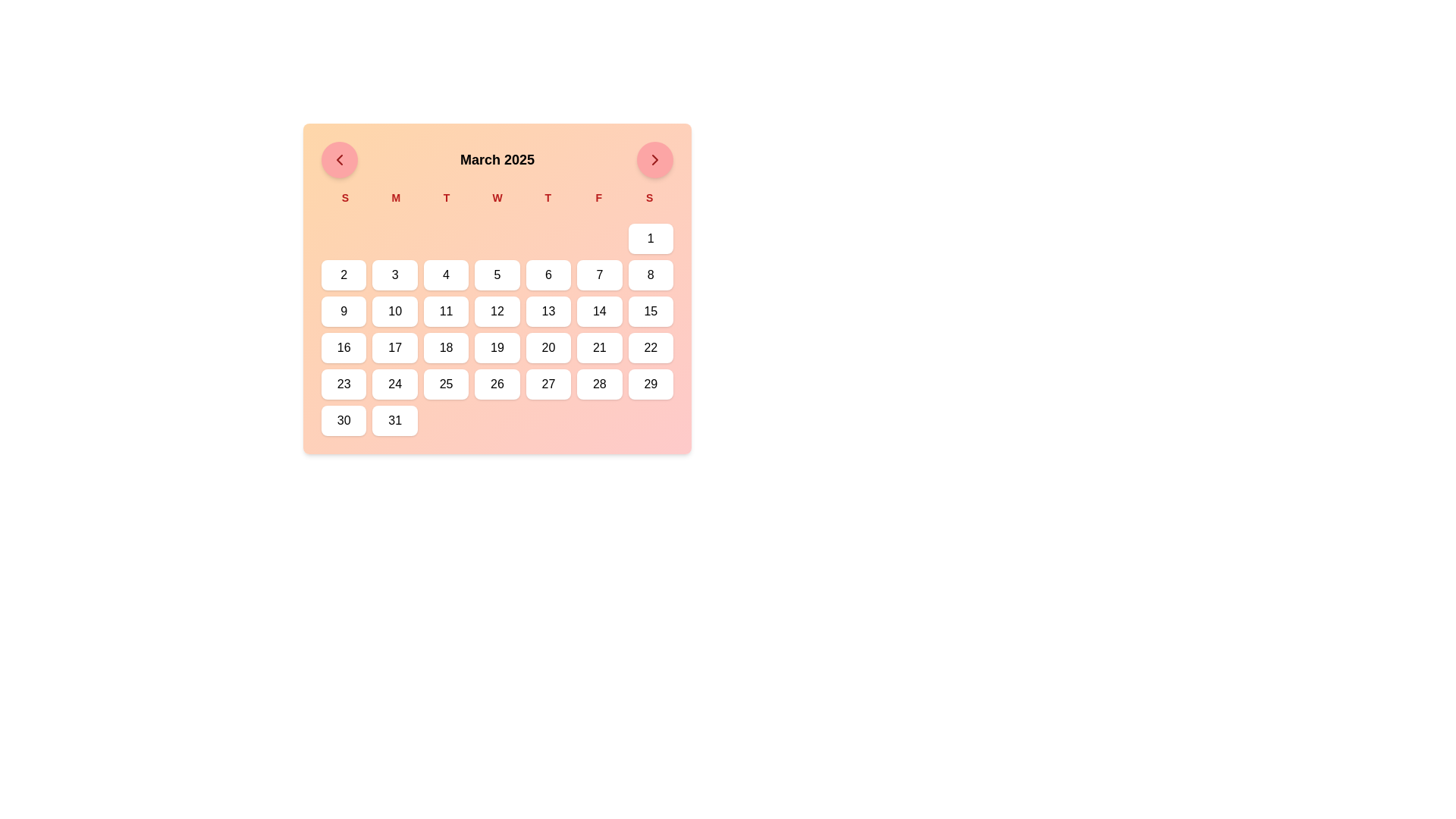  What do you see at coordinates (598, 383) in the screenshot?
I see `the rectangular button with rounded corners that displays the number '28' in bold sans-serif font` at bounding box center [598, 383].